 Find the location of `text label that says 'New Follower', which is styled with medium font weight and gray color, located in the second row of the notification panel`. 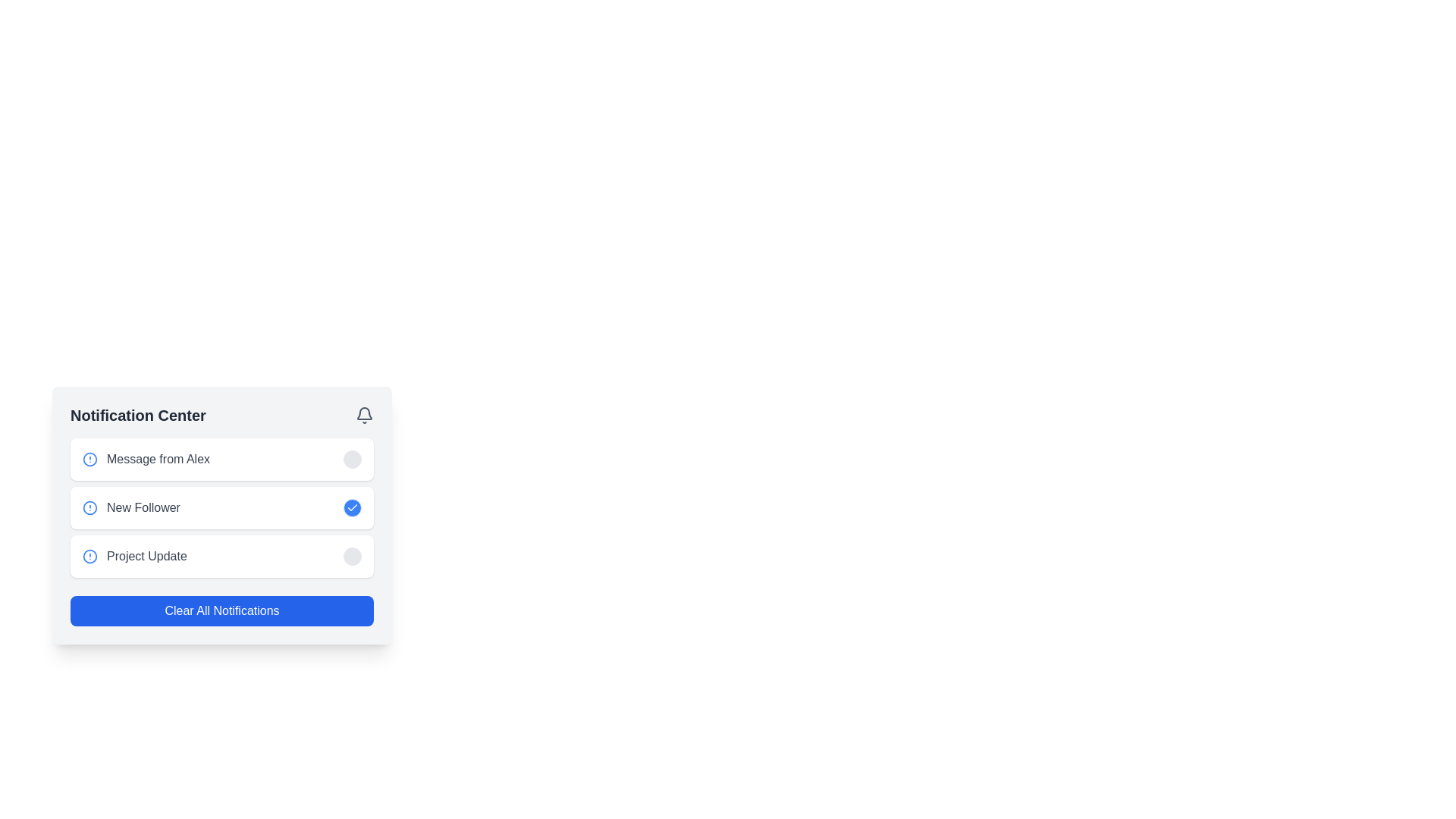

text label that says 'New Follower', which is styled with medium font weight and gray color, located in the second row of the notification panel is located at coordinates (143, 508).